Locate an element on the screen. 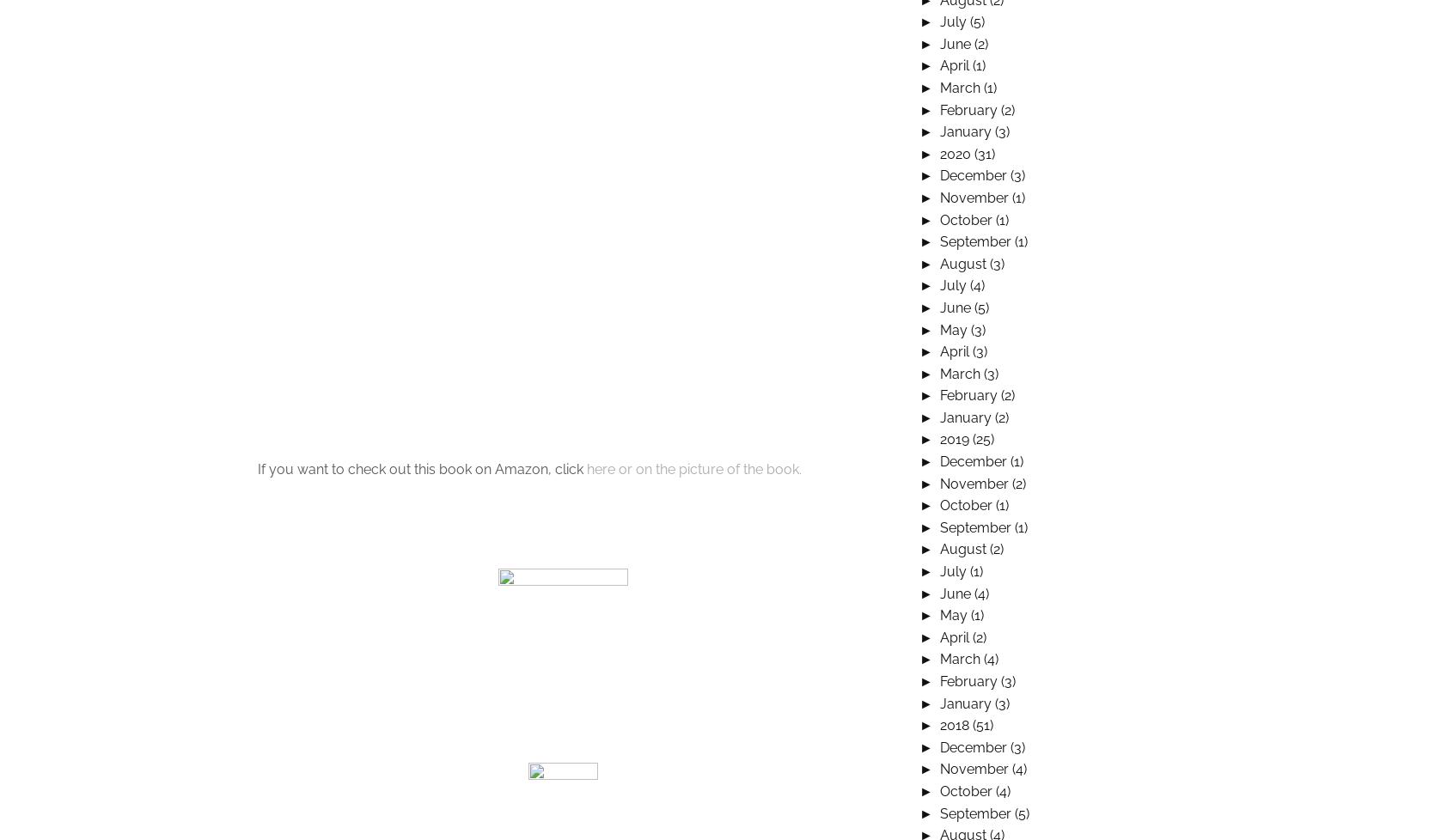  '(51)' is located at coordinates (980, 724).